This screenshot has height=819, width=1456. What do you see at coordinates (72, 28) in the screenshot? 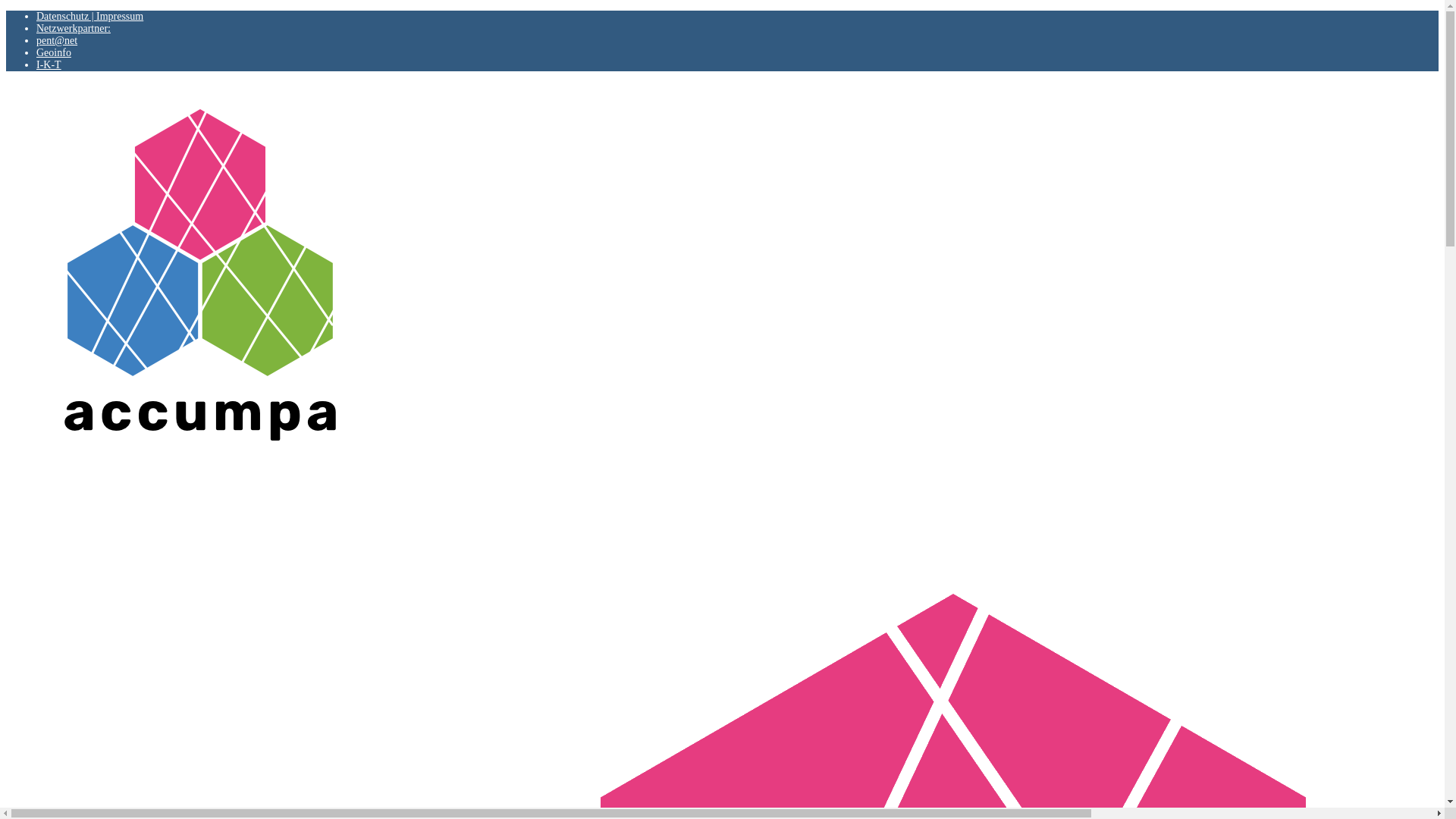
I see `'Netzwerkpartner:'` at bounding box center [72, 28].